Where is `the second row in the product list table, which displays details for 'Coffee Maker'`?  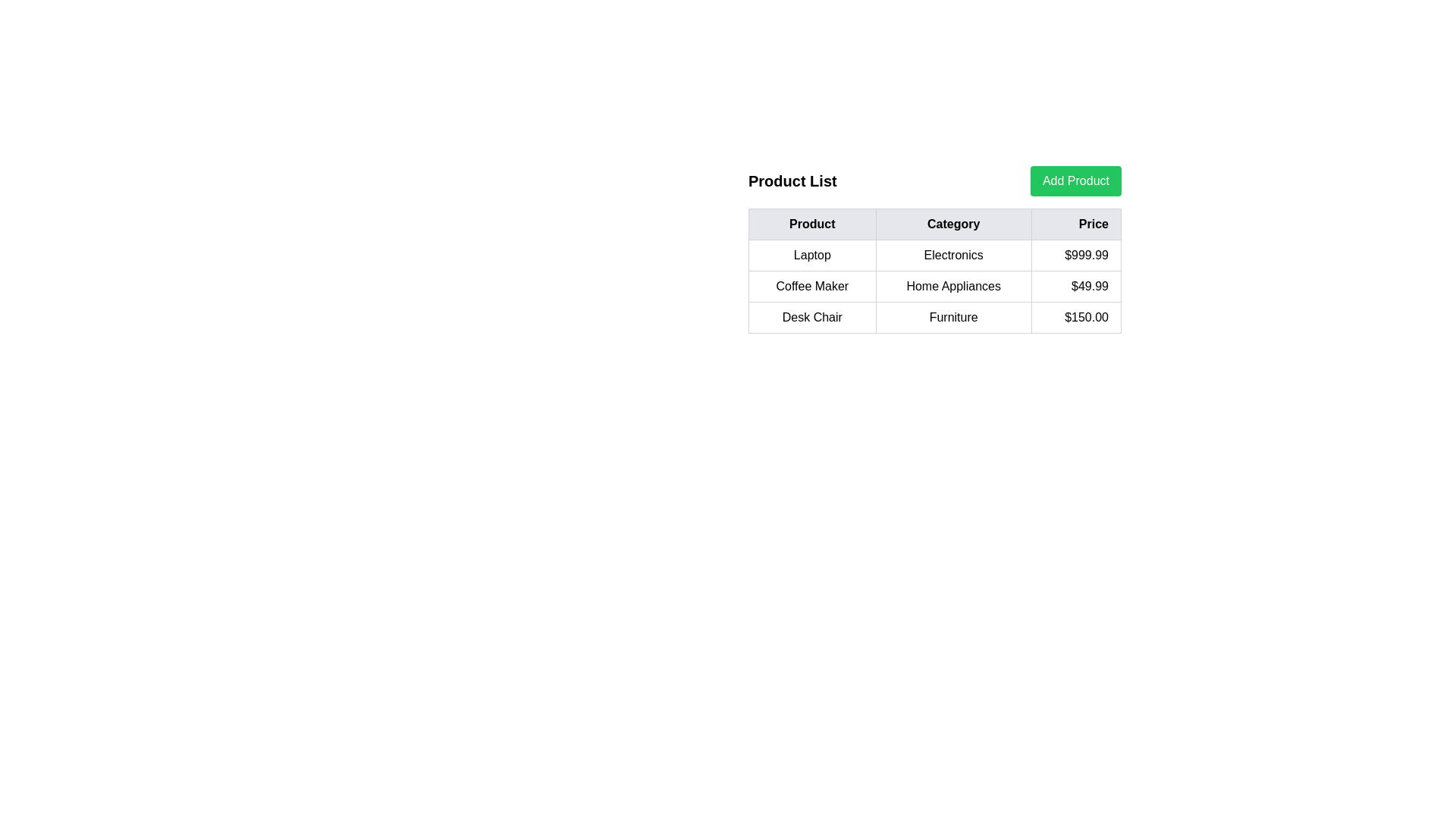 the second row in the product list table, which displays details for 'Coffee Maker' is located at coordinates (934, 287).